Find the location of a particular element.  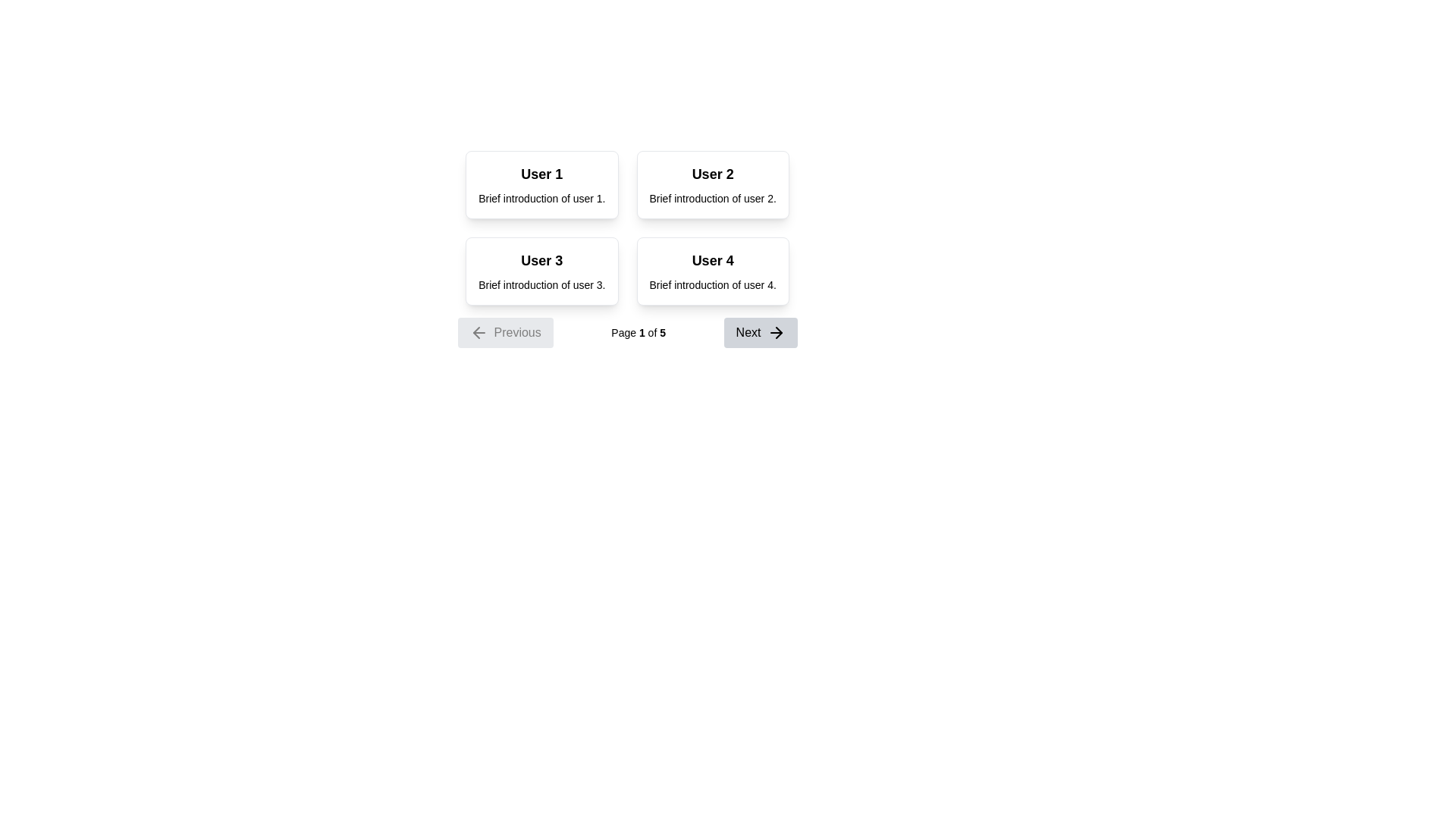

the 'Previous' button, which has a gray background, rounded corners, and contains an arrow icon pointing left followed by the text 'Previous'. It is located at the leftmost part of the navigation component is located at coordinates (505, 332).